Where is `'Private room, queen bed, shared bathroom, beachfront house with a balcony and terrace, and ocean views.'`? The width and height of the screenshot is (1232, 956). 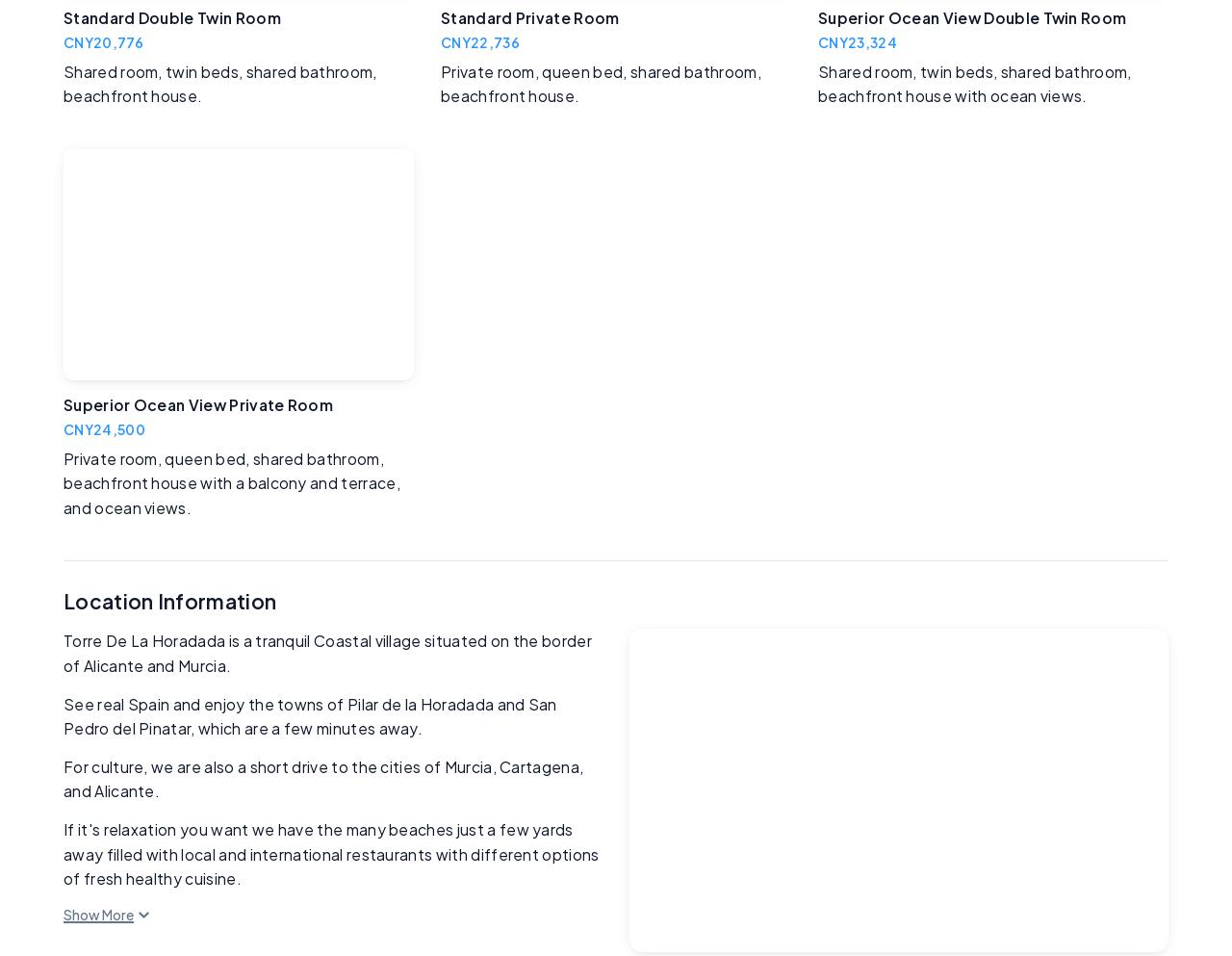 'Private room, queen bed, shared bathroom, beachfront house with a balcony and terrace, and ocean views.' is located at coordinates (231, 481).